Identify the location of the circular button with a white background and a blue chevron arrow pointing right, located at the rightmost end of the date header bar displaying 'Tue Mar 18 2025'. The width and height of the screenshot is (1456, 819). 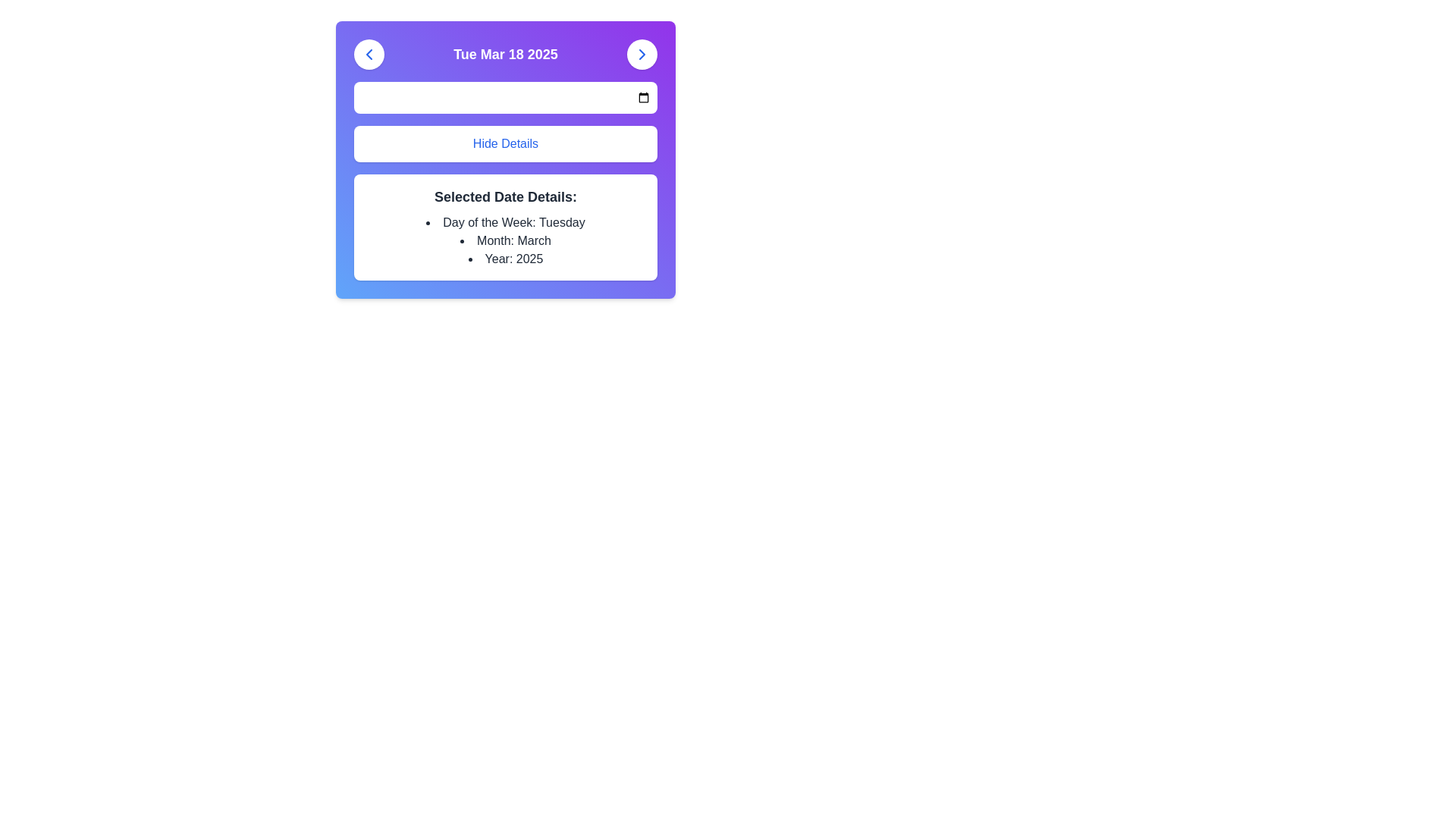
(642, 54).